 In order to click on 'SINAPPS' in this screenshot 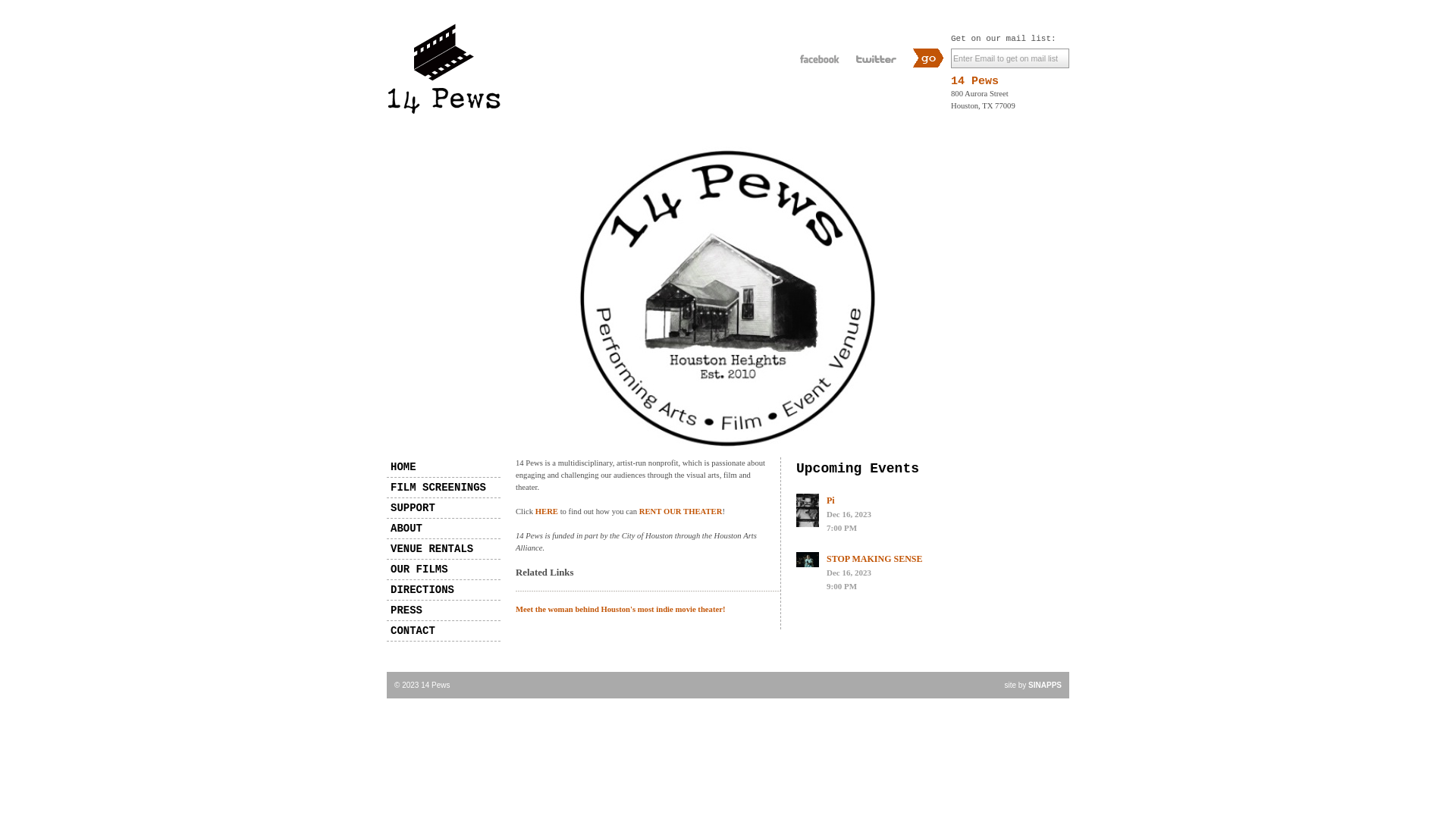, I will do `click(1043, 685)`.